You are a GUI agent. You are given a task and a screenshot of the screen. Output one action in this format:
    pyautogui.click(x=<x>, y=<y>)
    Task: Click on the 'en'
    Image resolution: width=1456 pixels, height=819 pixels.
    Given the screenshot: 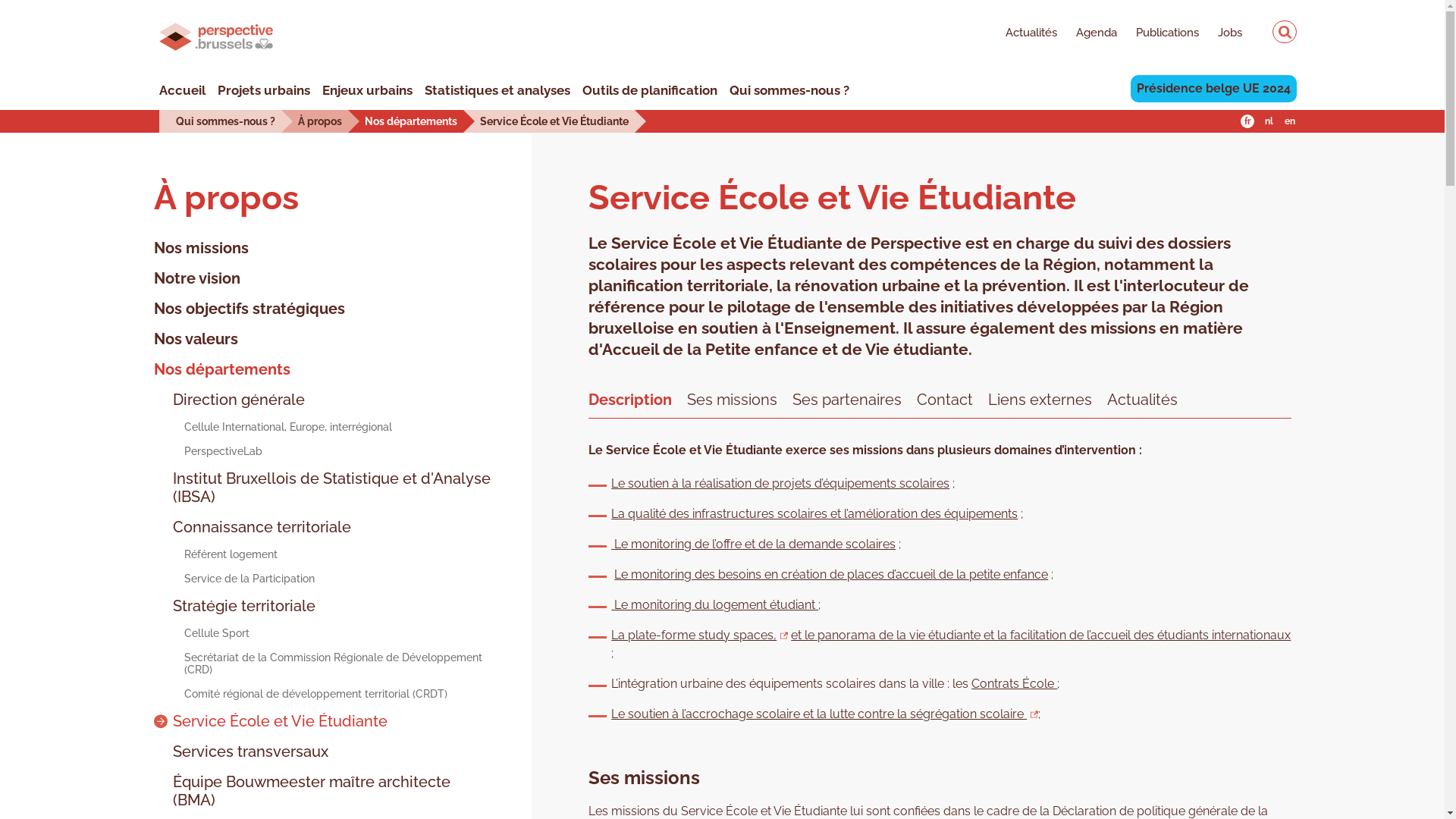 What is the action you would take?
    pyautogui.click(x=1288, y=120)
    